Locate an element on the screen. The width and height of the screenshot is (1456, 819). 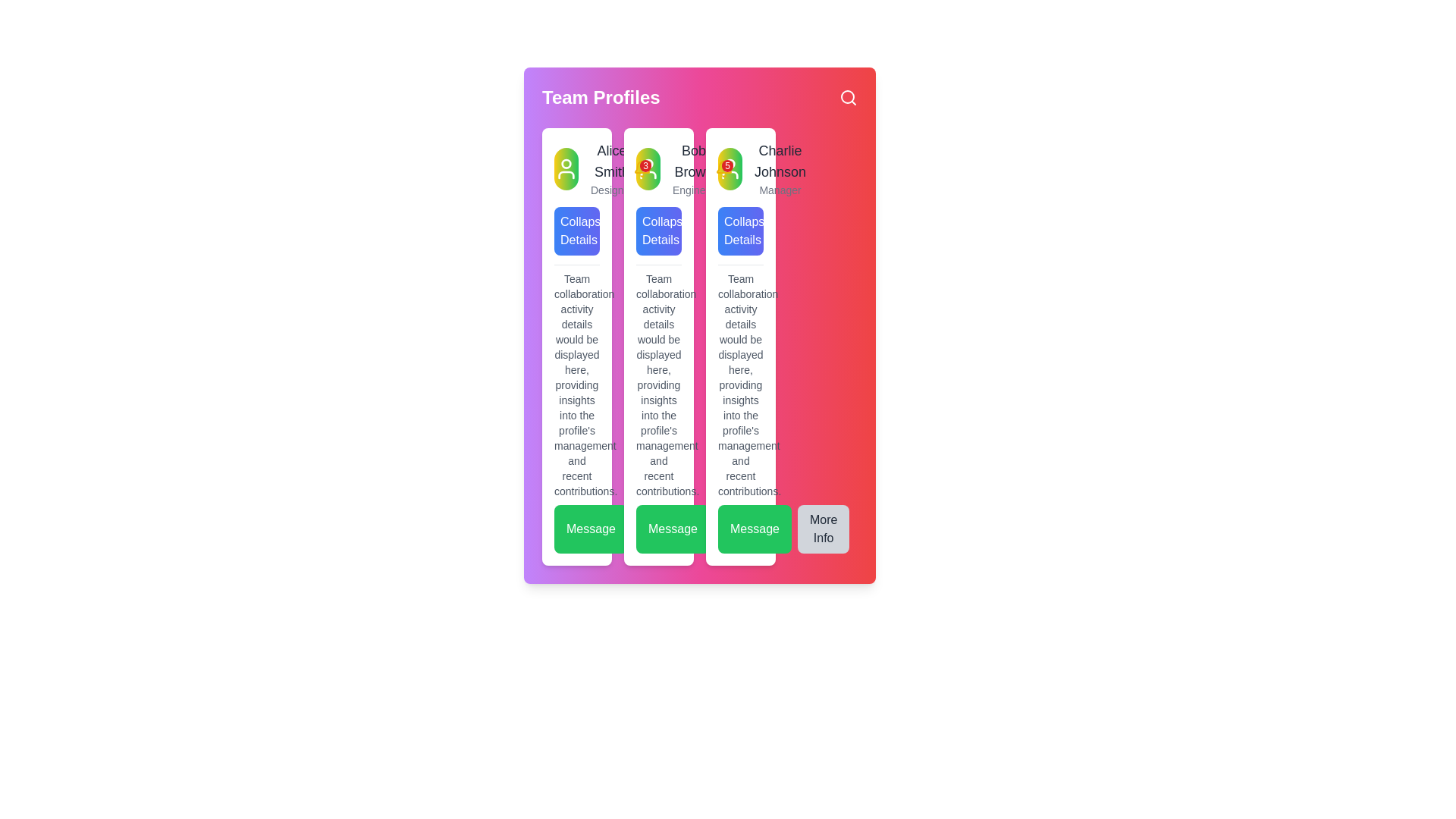
the Text content block that provides detailed information about team collaboration and activities related to Charlie Johnson's profile is located at coordinates (741, 408).